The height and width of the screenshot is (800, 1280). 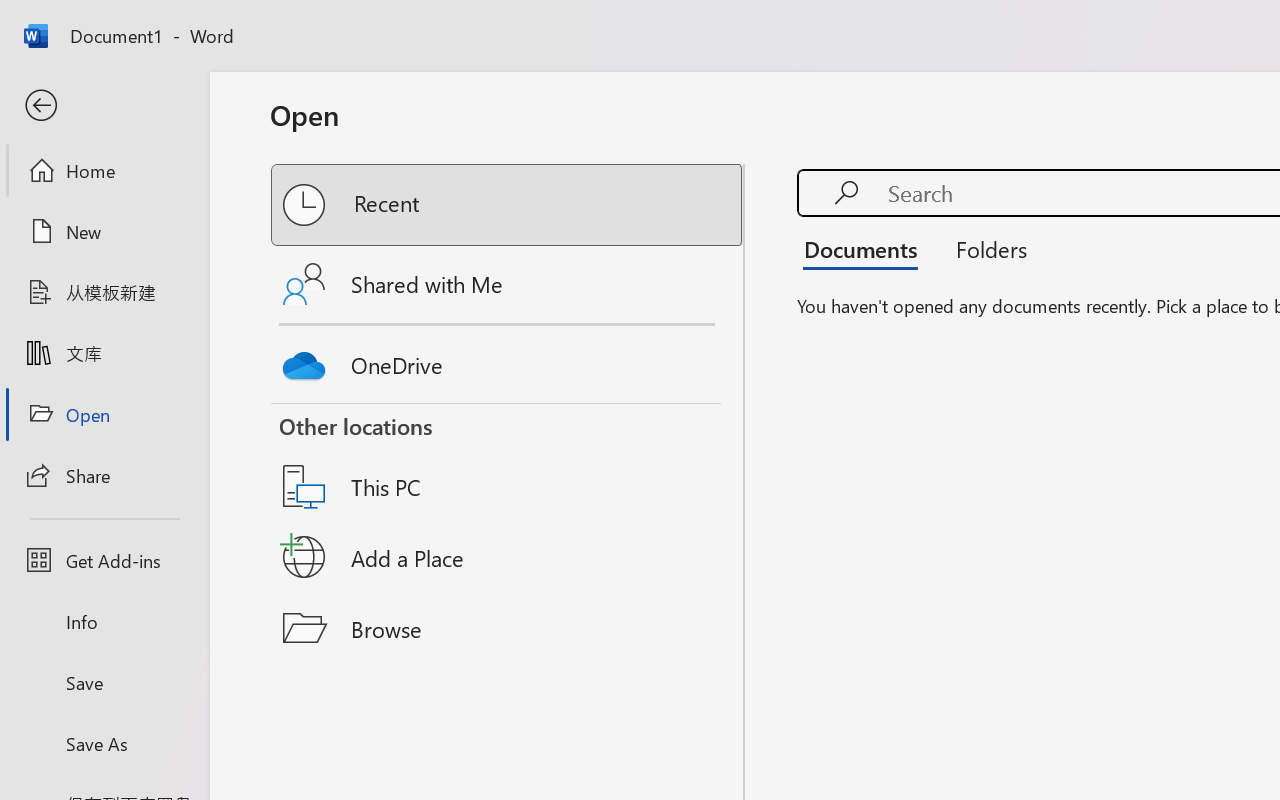 I want to click on 'Back', so click(x=103, y=105).